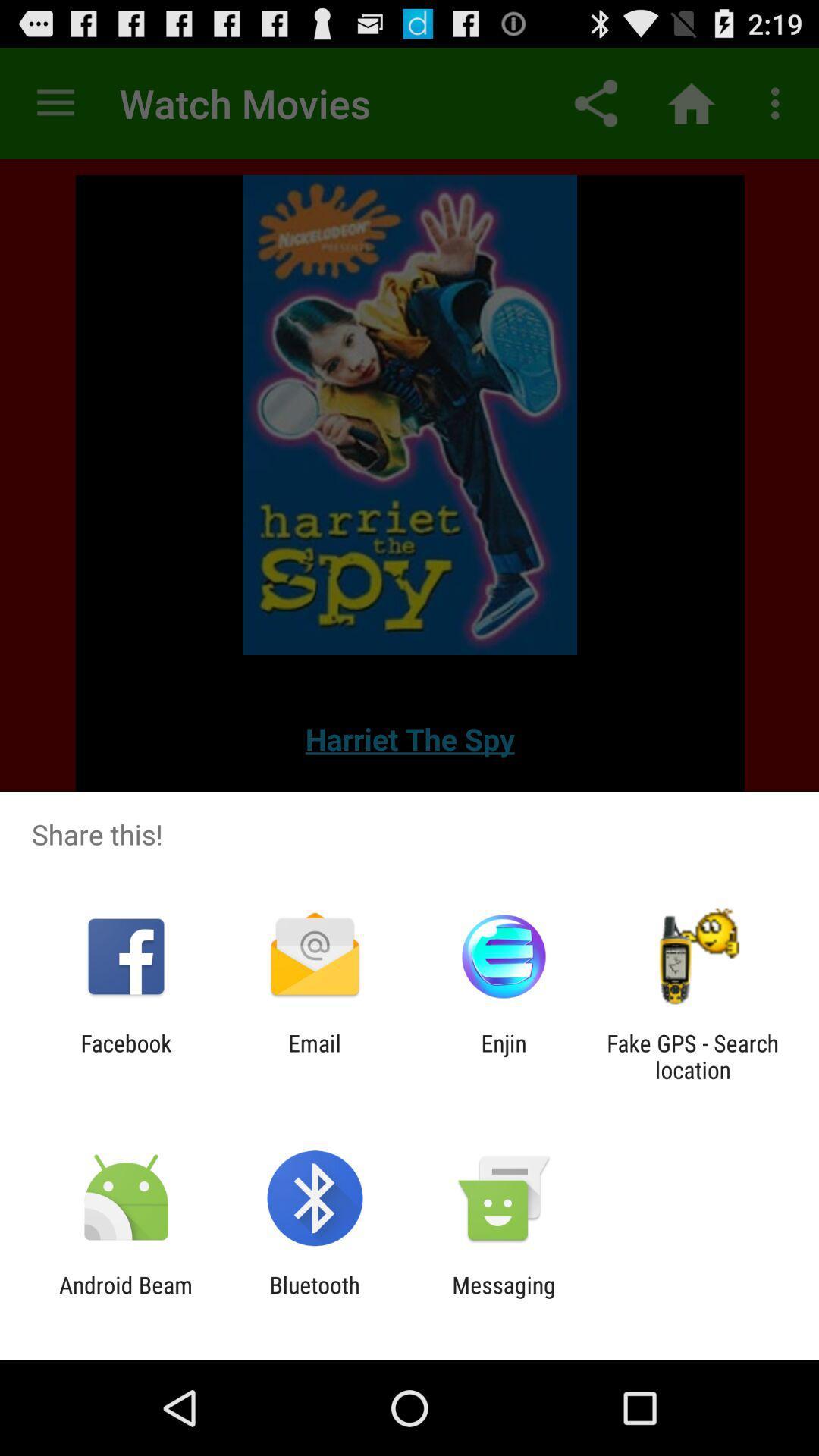 The image size is (819, 1456). Describe the element at coordinates (314, 1056) in the screenshot. I see `item next to enjin icon` at that location.